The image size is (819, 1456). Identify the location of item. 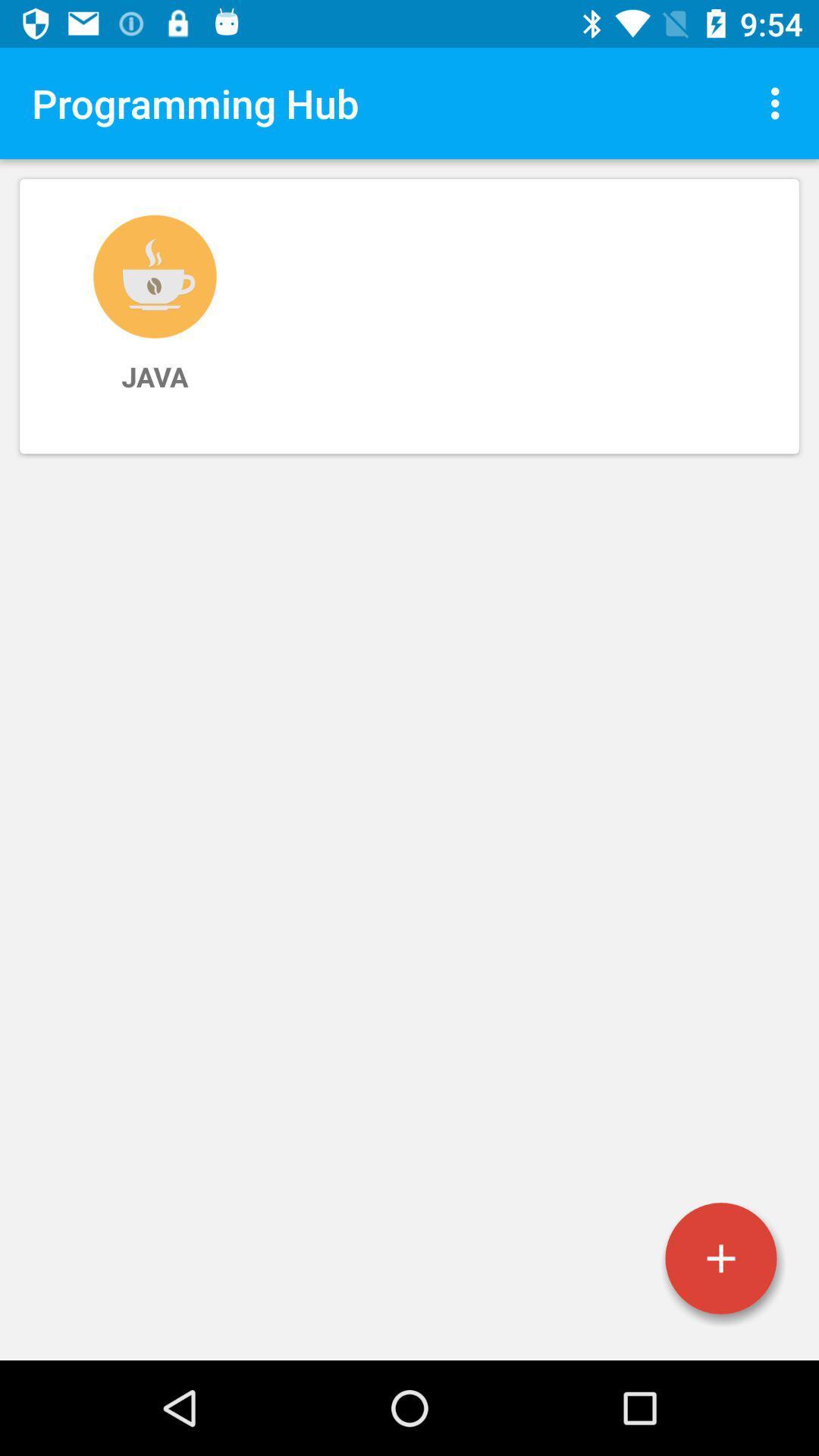
(720, 1258).